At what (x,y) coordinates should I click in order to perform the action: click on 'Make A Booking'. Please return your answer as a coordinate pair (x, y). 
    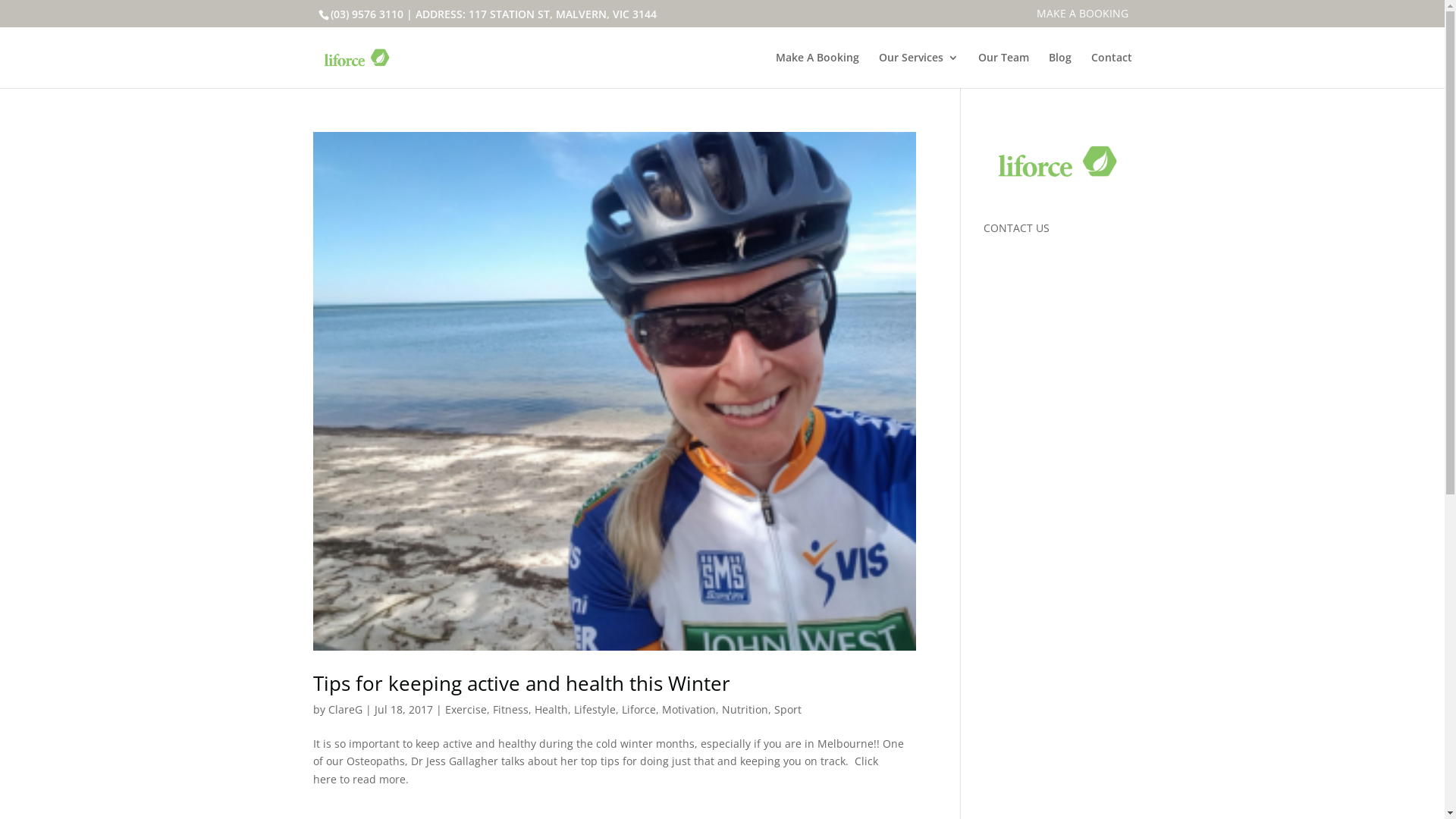
    Looking at the image, I should click on (815, 70).